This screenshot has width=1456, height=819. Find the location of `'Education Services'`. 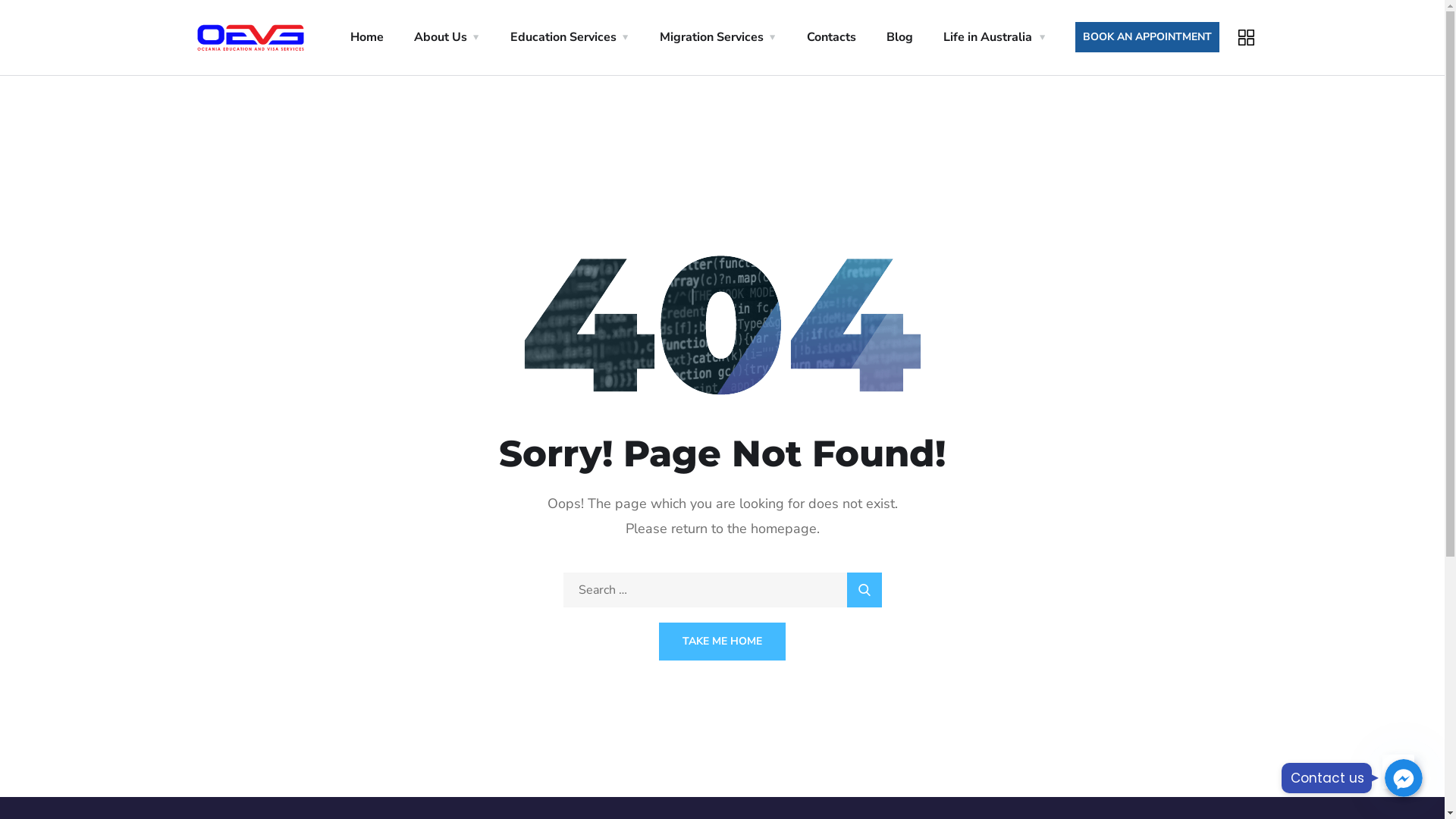

'Education Services' is located at coordinates (569, 36).